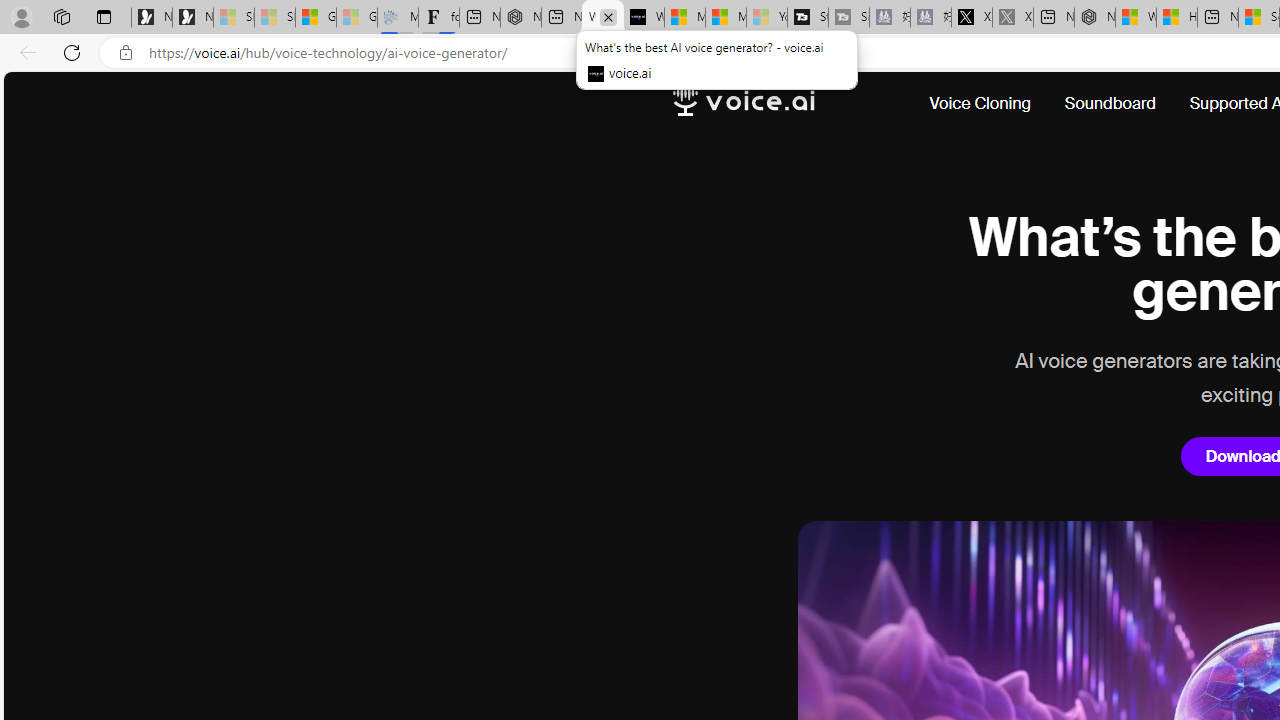  I want to click on 'Voice Cloning', so click(988, 104).